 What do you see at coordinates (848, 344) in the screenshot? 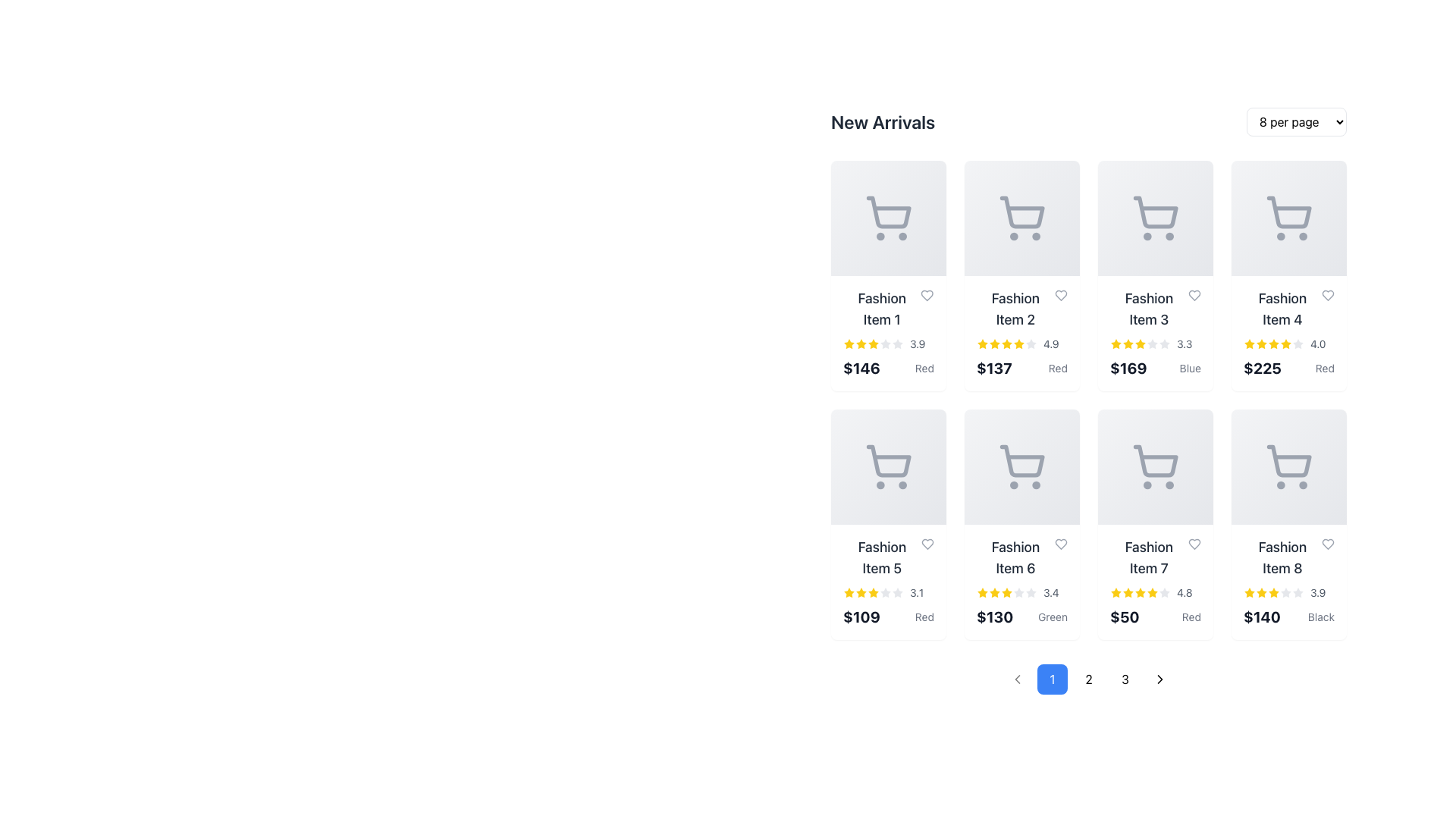
I see `the filled yellow star icon representing the rating indicator next to the text '3.9' for 'Fashion Item 1' in the 'New Arrivals' section` at bounding box center [848, 344].